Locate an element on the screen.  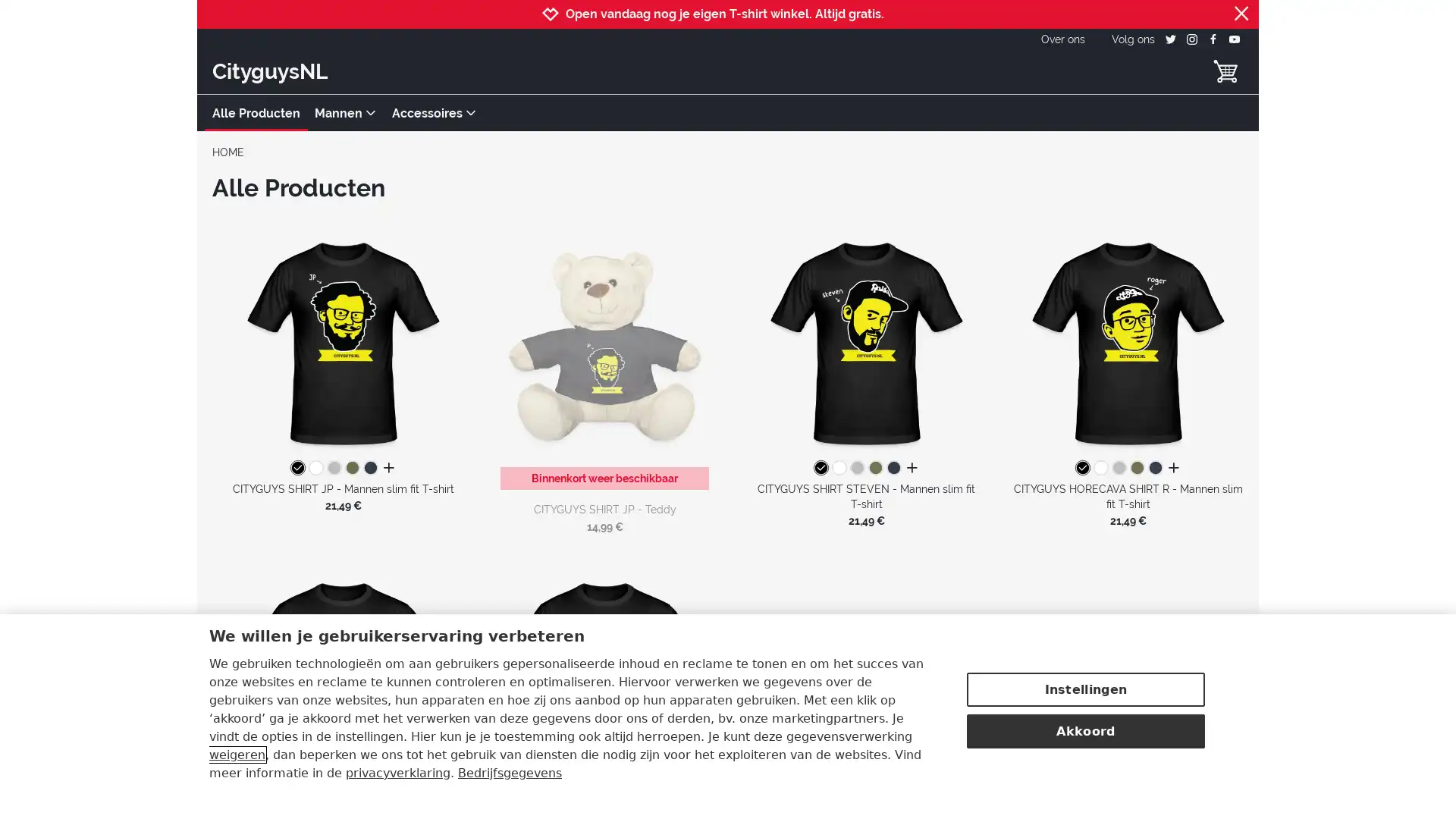
kakigroen is located at coordinates (1136, 468).